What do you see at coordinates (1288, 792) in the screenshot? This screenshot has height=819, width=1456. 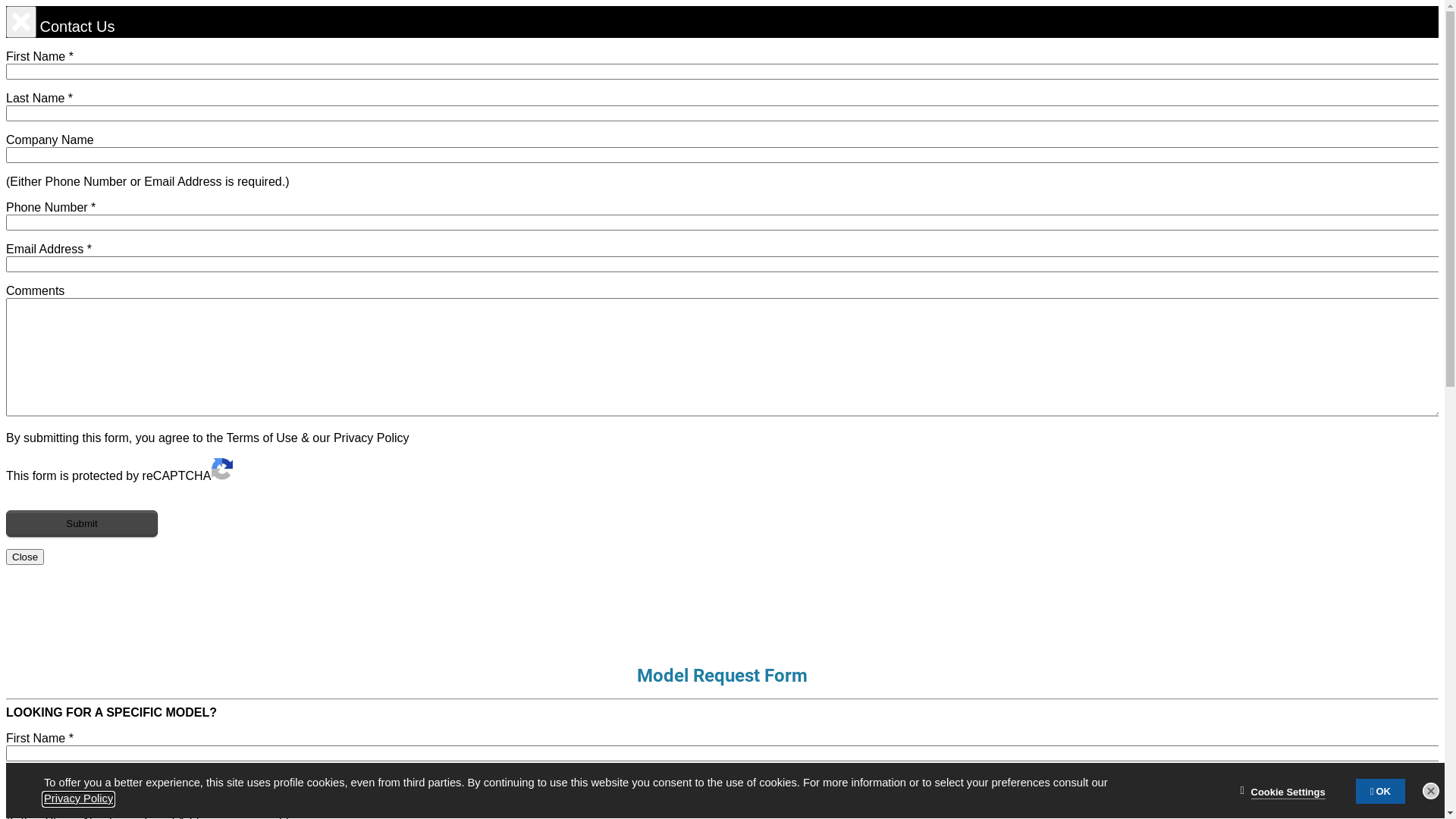 I see `'Cookie Settings'` at bounding box center [1288, 792].